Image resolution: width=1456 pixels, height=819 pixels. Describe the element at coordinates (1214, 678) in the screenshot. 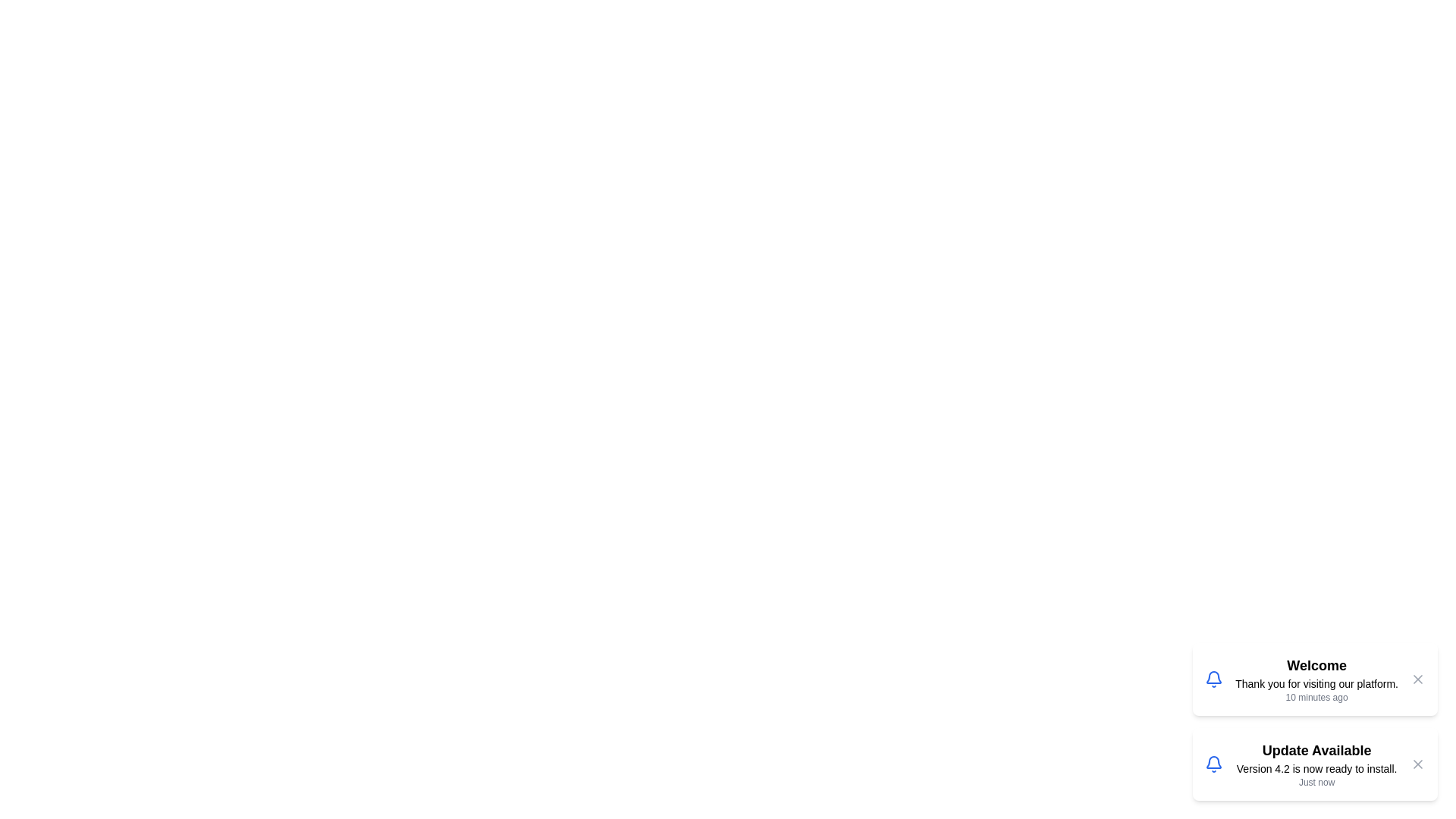

I see `the notification icon to identify it` at that location.